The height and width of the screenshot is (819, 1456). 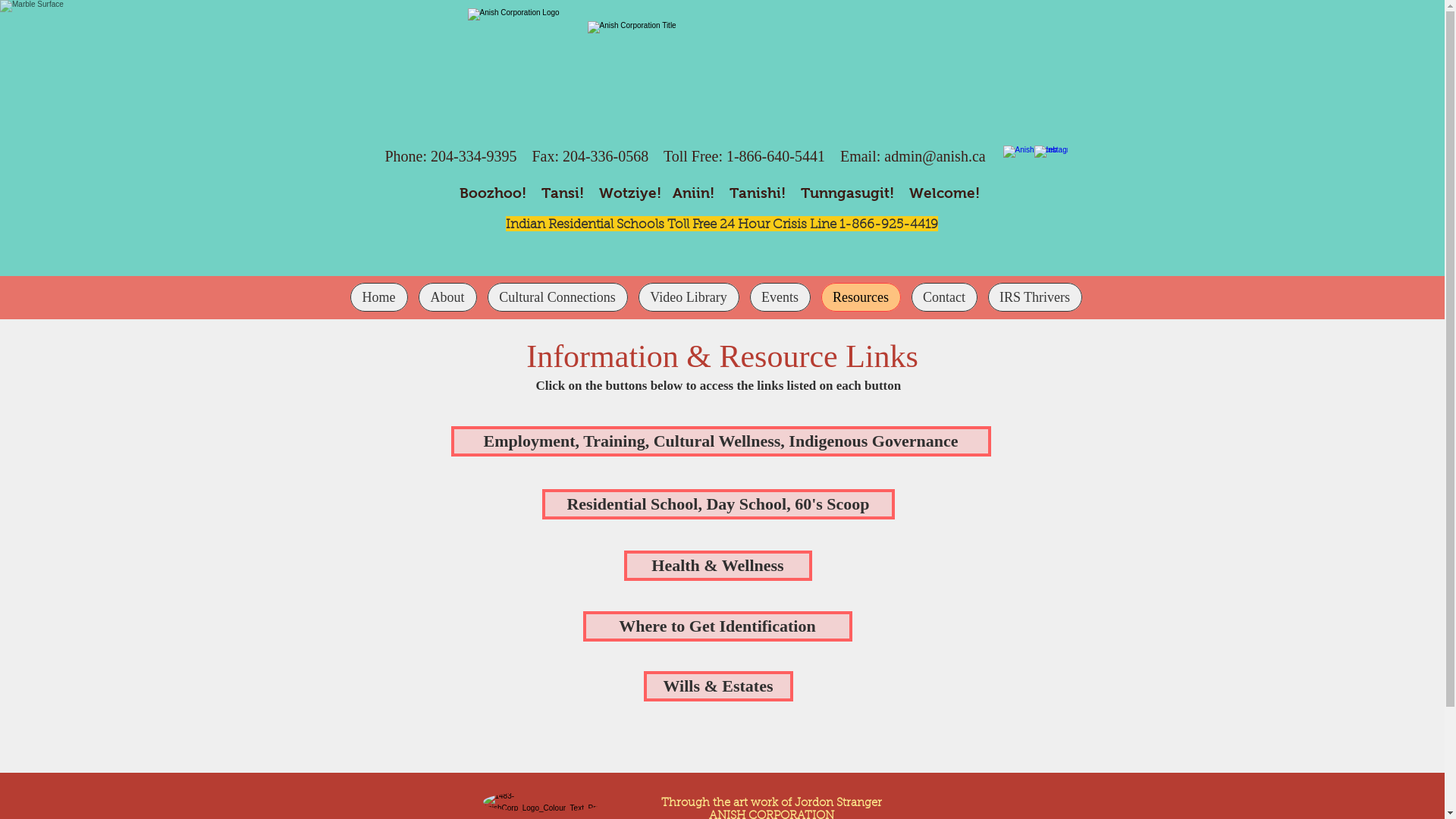 What do you see at coordinates (716, 565) in the screenshot?
I see `'Health & Wellness'` at bounding box center [716, 565].